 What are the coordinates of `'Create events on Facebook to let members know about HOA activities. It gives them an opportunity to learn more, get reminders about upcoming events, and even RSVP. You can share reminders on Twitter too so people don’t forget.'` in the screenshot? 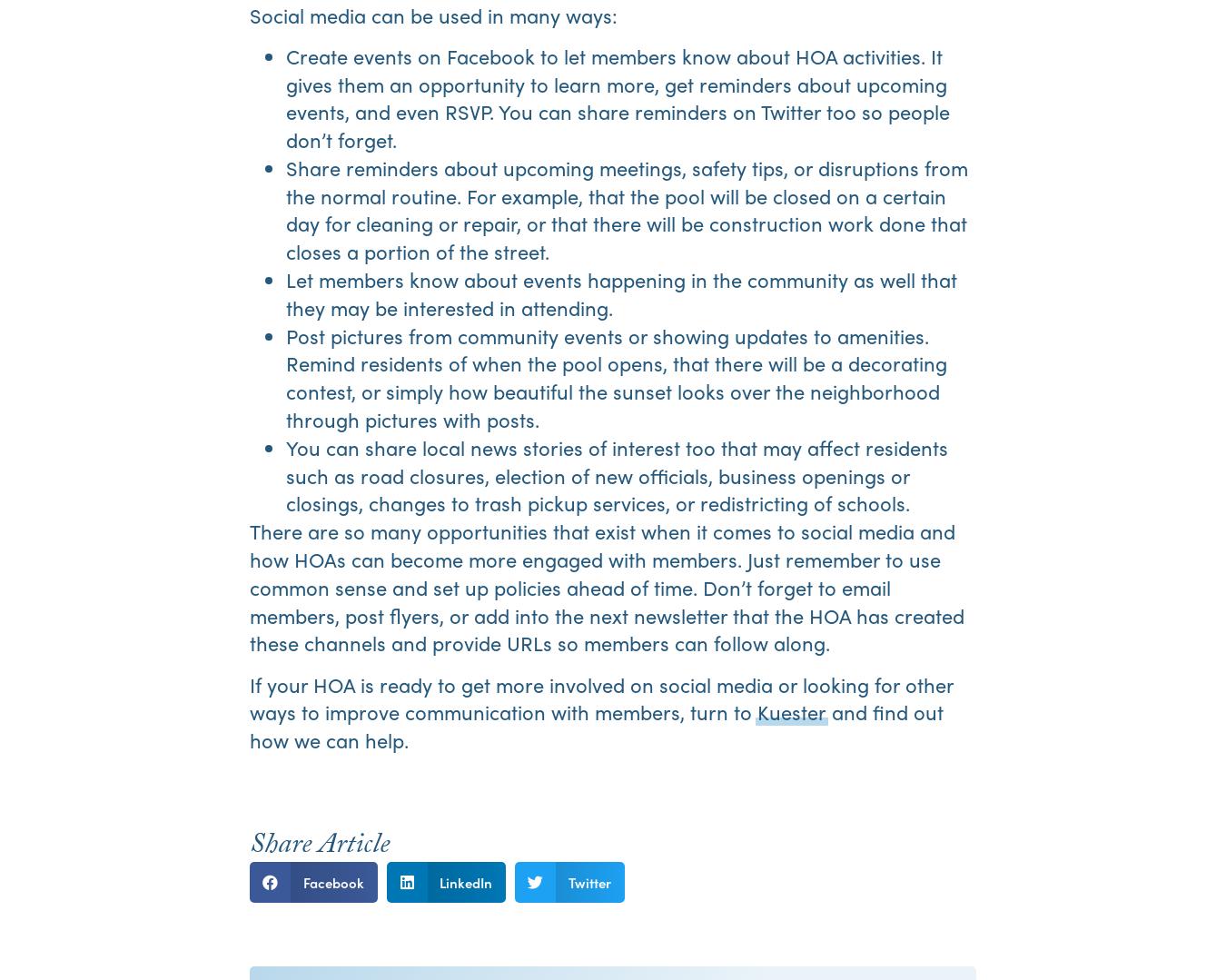 It's located at (617, 97).